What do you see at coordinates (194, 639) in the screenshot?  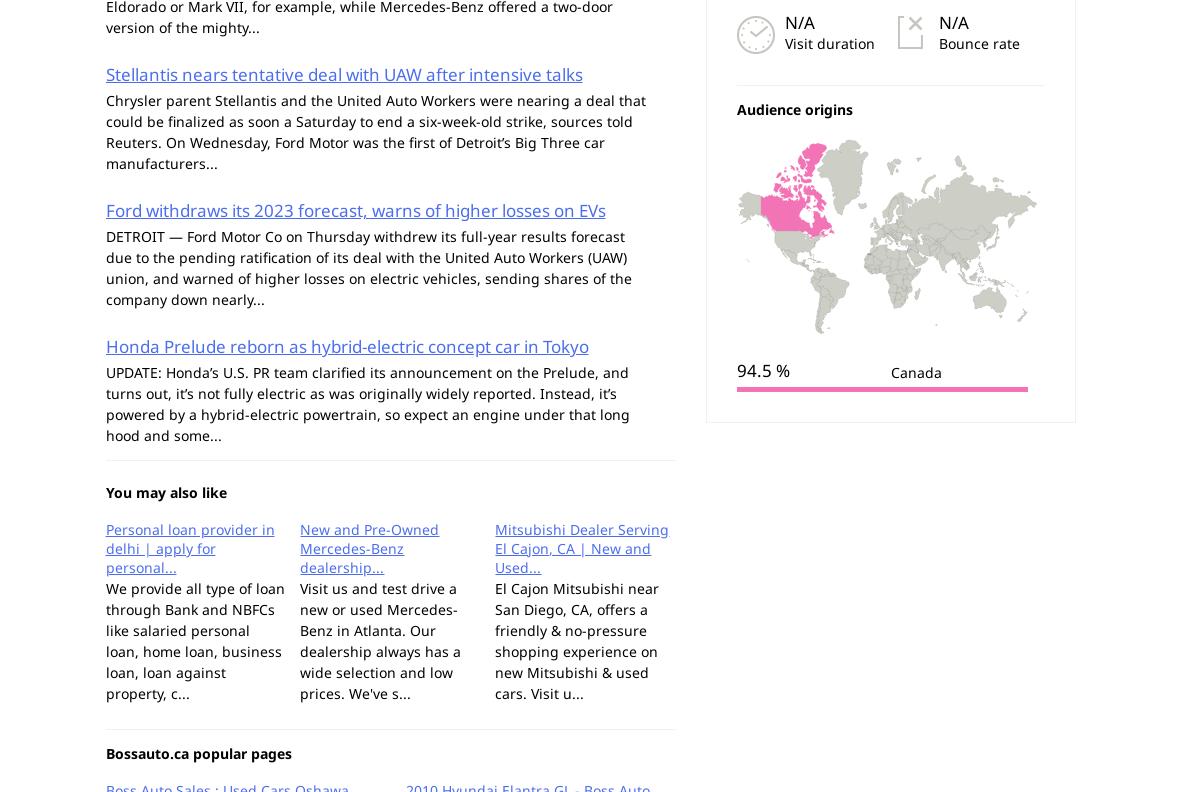 I see `'We provide all type of loan through Bank and NBFCs like salaried personal loan, home loan, business loan, loan against property, c...'` at bounding box center [194, 639].